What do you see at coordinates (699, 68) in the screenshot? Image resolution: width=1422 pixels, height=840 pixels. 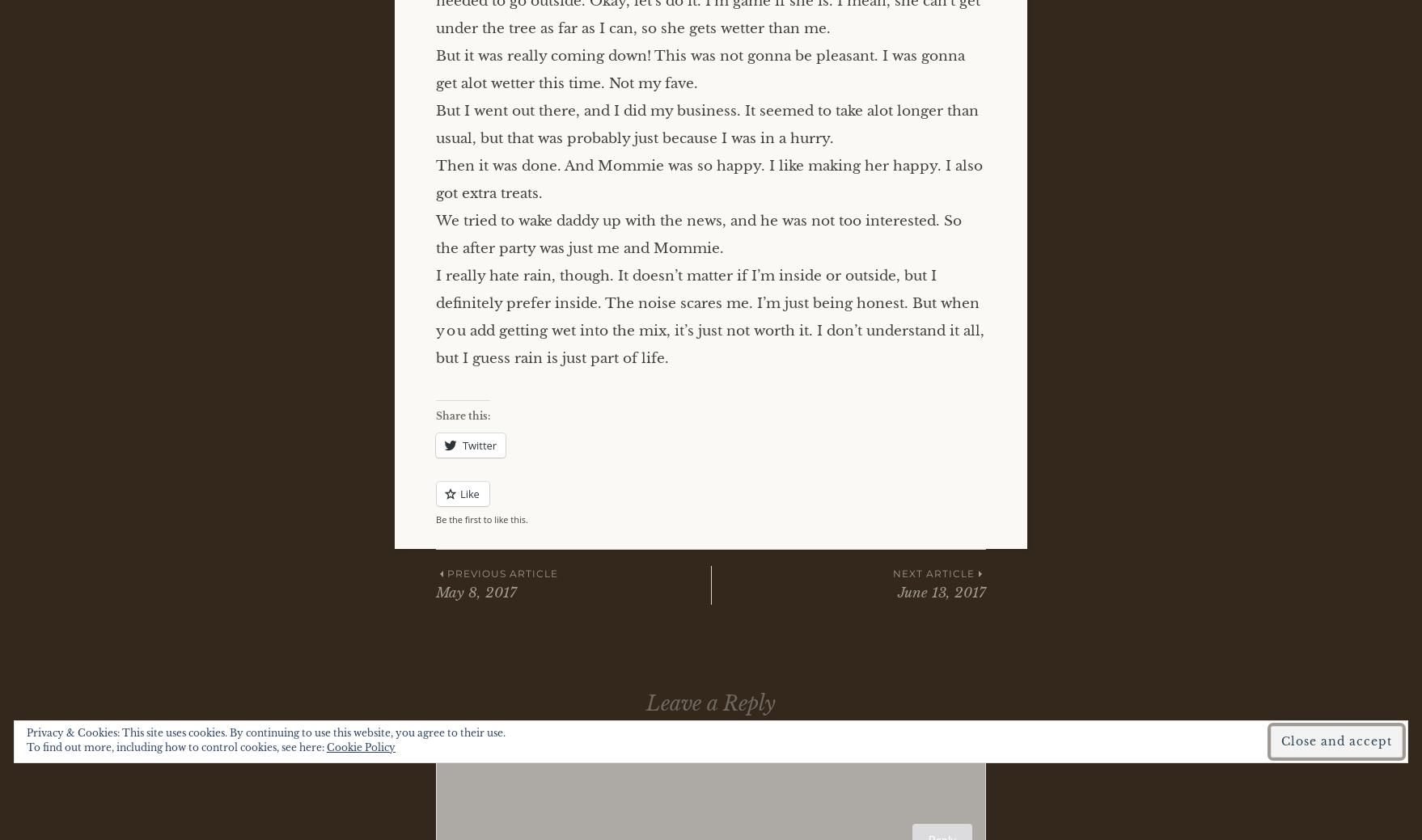 I see `'But it was really coming down! This was not gonna be pleasant. I was gonna get alot wetter this time. Not my fave.'` at bounding box center [699, 68].